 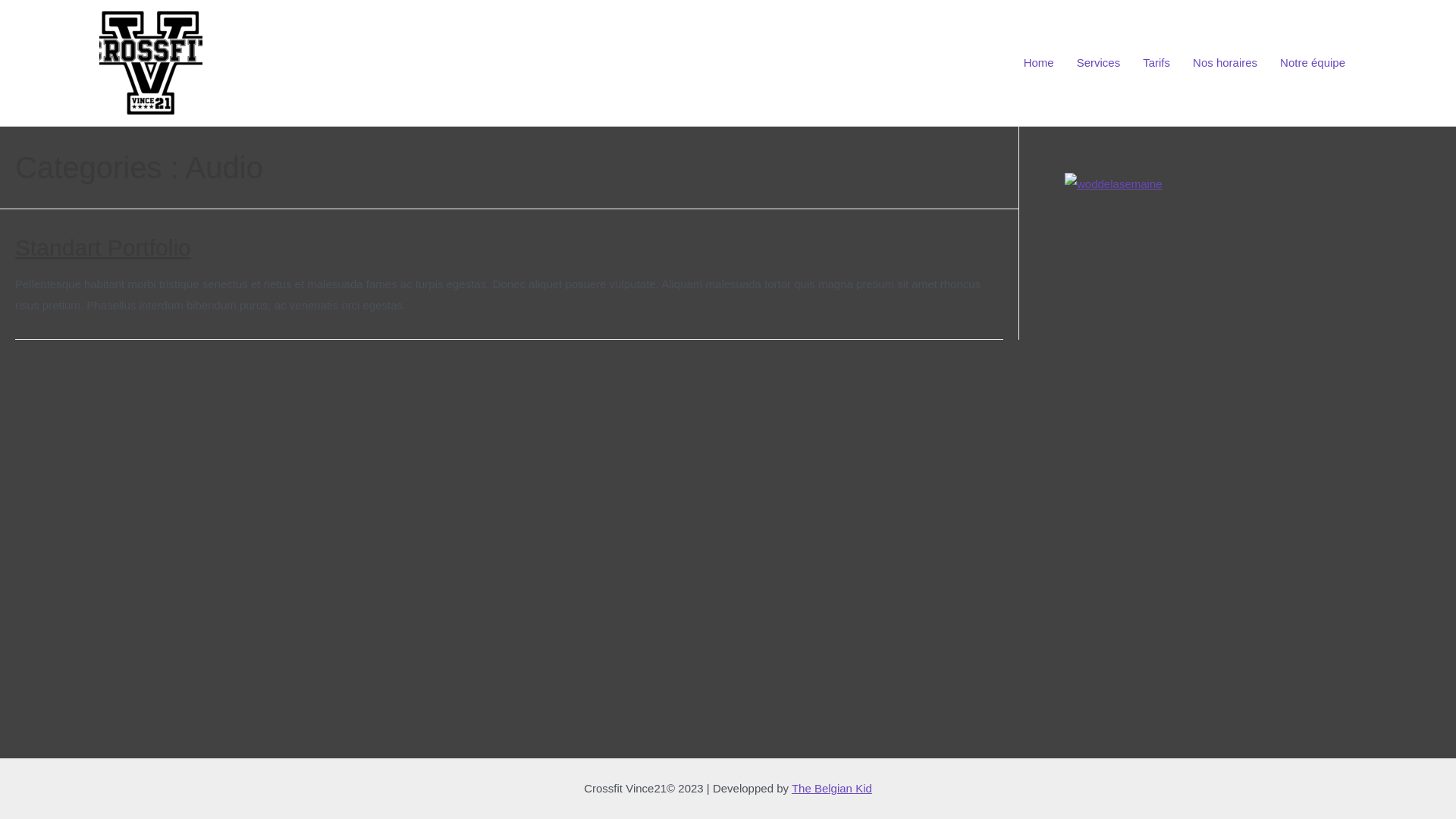 What do you see at coordinates (1131, 62) in the screenshot?
I see `'Tarifs'` at bounding box center [1131, 62].